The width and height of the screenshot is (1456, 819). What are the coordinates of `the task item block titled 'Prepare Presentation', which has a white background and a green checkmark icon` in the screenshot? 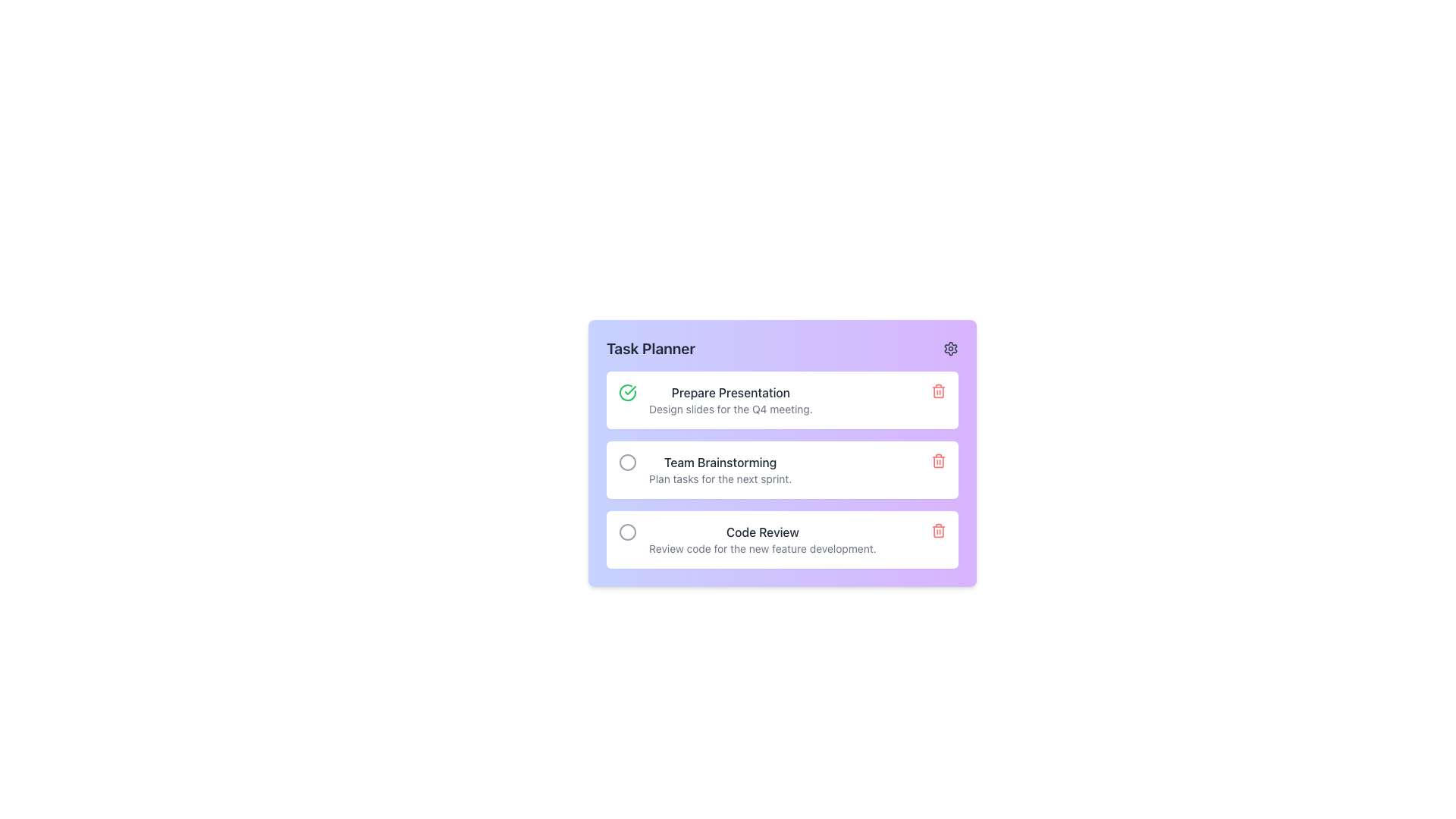 It's located at (783, 400).